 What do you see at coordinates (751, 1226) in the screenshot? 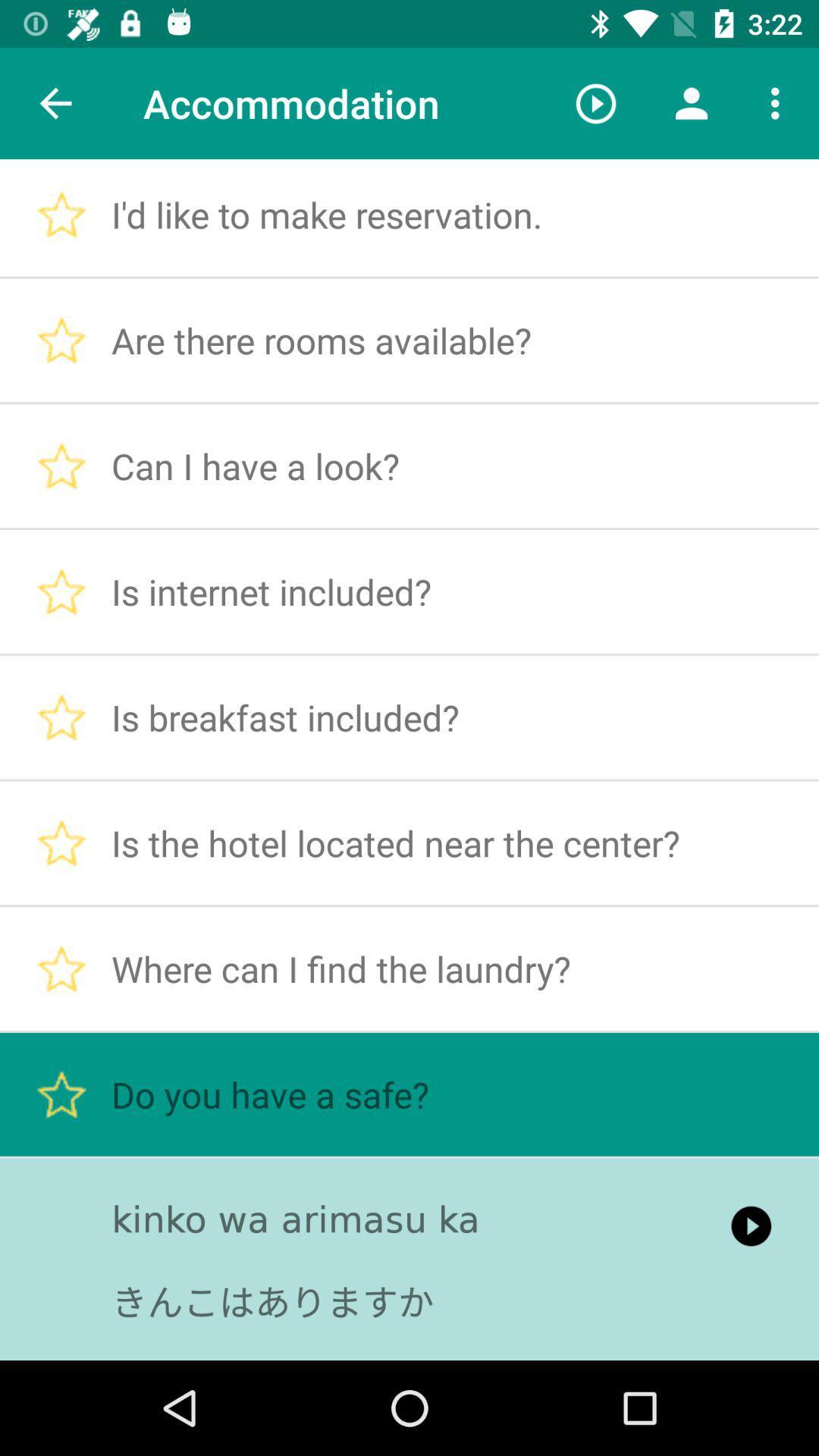
I see `item at the bottom right corner` at bounding box center [751, 1226].